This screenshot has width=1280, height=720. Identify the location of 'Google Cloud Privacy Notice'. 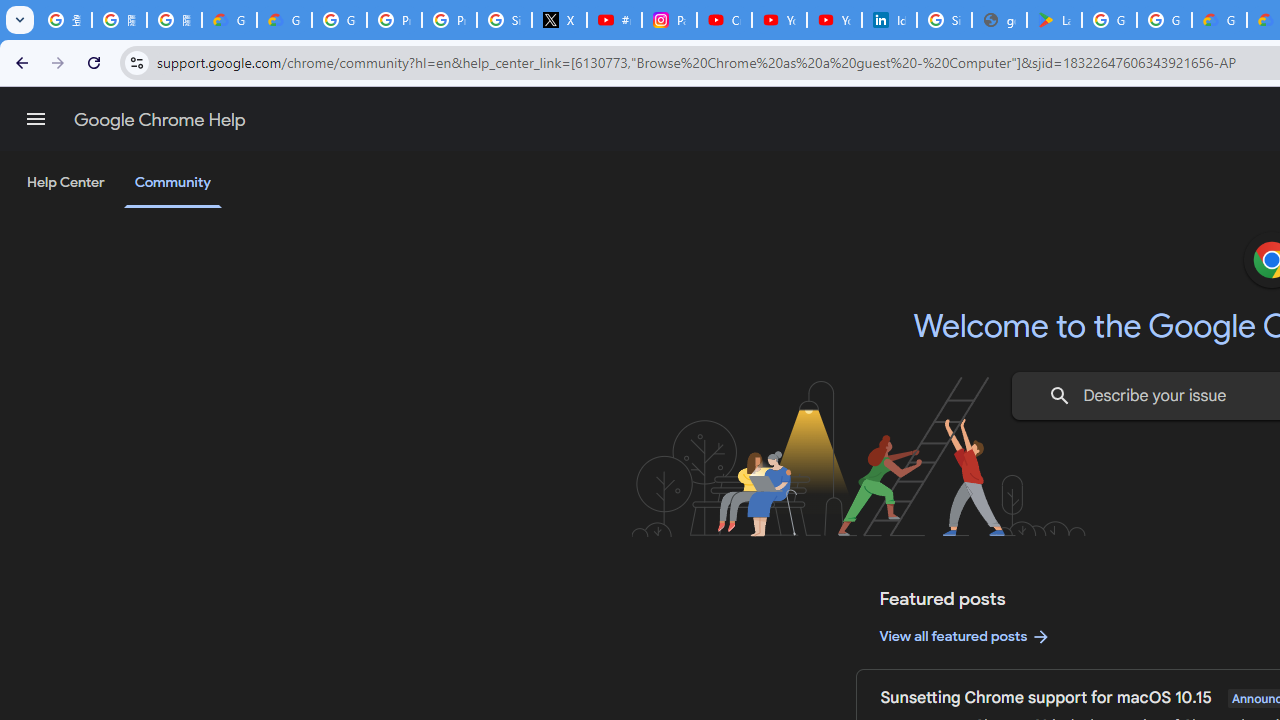
(283, 20).